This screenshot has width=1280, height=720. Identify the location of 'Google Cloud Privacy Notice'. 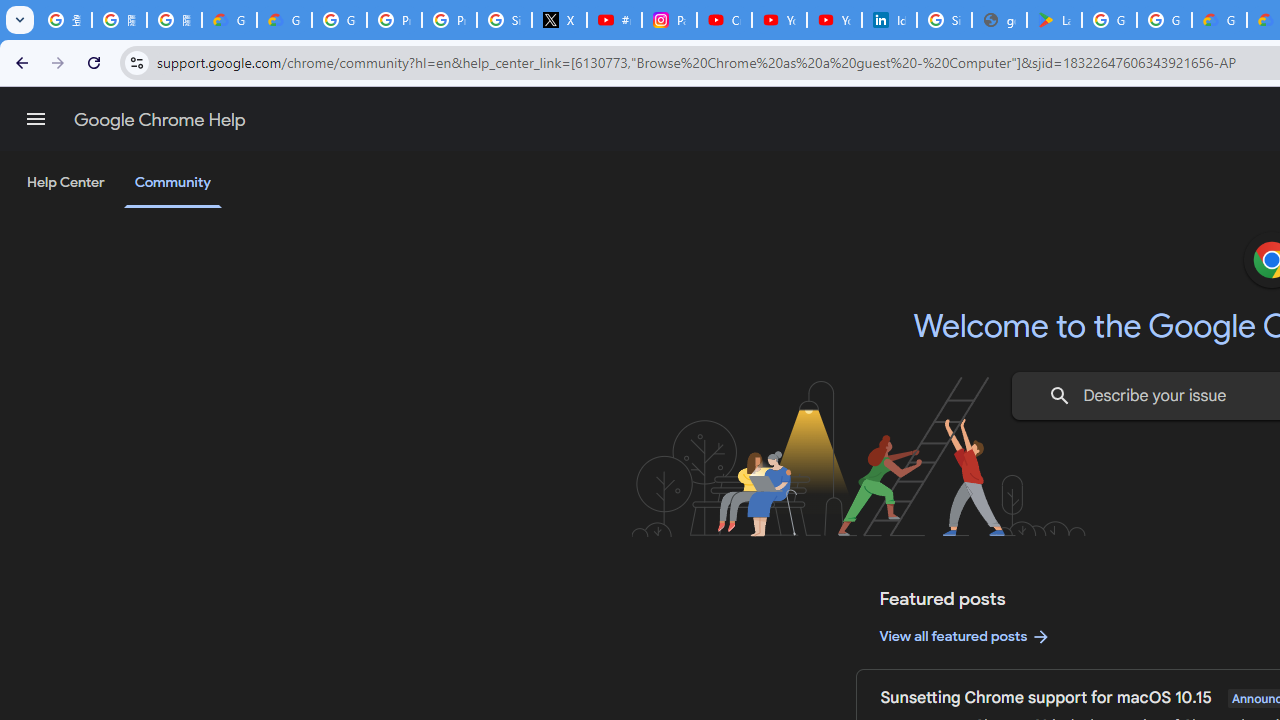
(283, 20).